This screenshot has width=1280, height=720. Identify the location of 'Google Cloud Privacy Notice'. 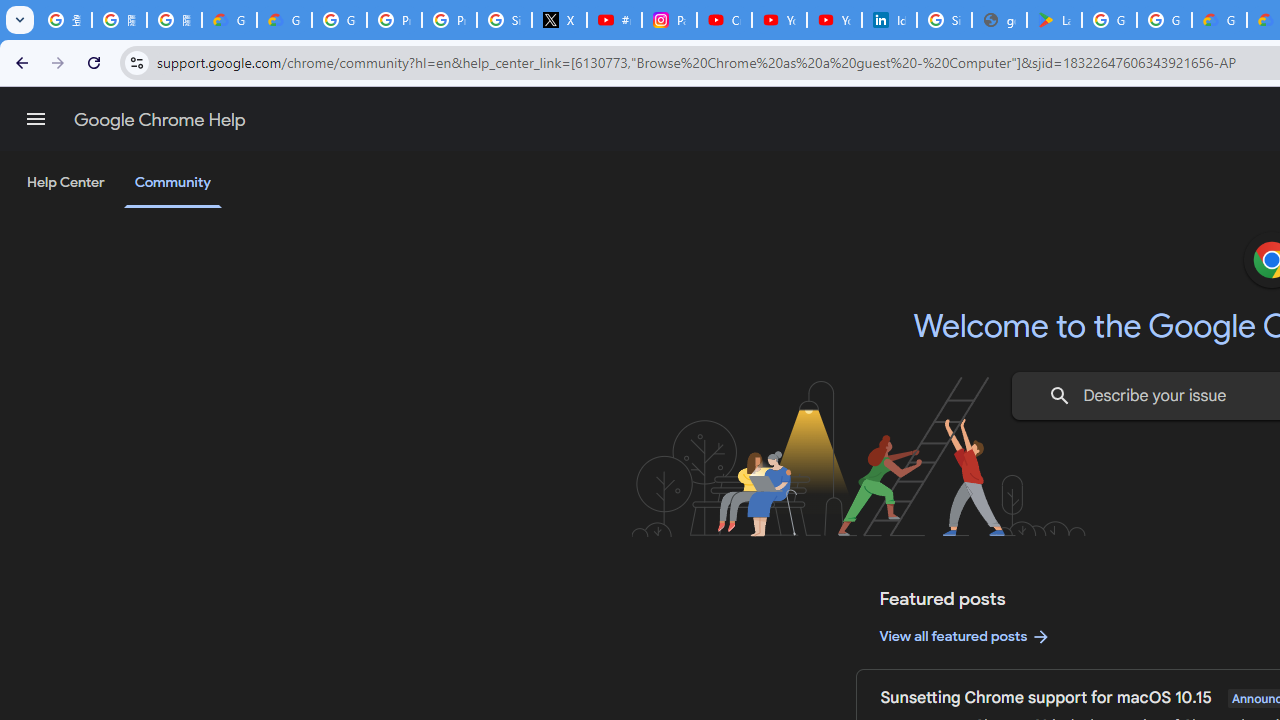
(283, 20).